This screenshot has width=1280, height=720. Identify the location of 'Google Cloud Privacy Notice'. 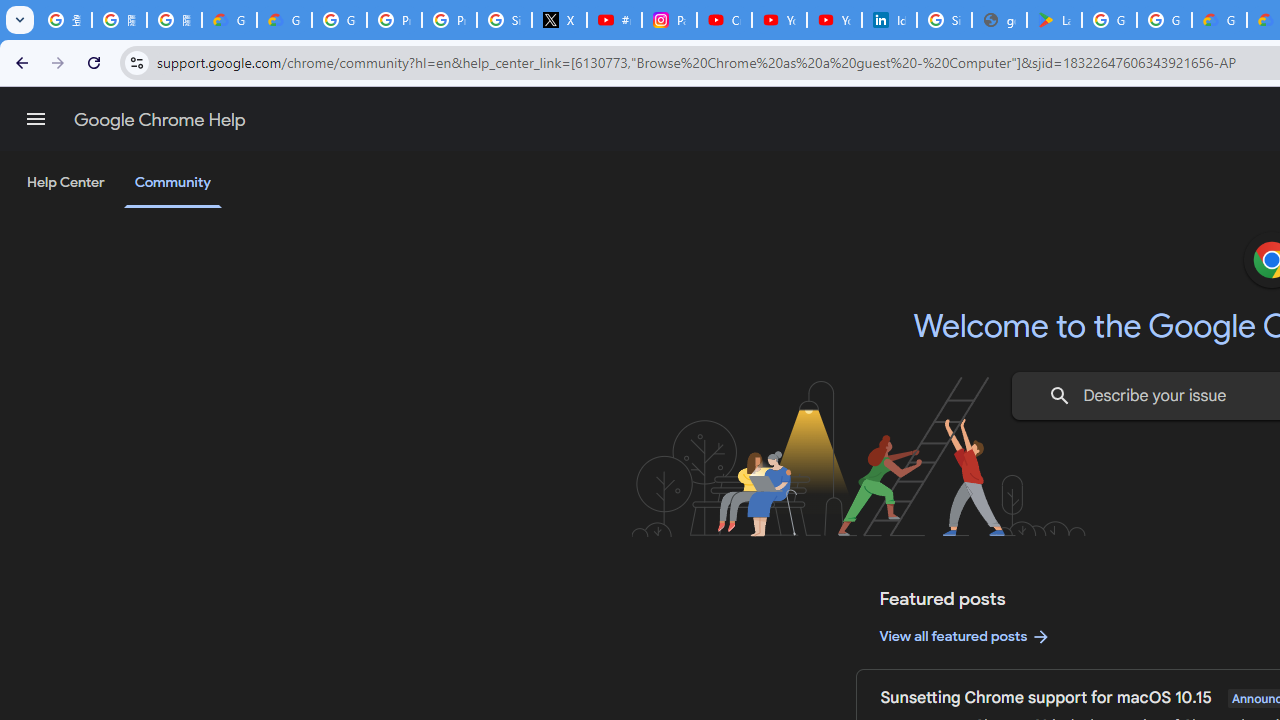
(283, 20).